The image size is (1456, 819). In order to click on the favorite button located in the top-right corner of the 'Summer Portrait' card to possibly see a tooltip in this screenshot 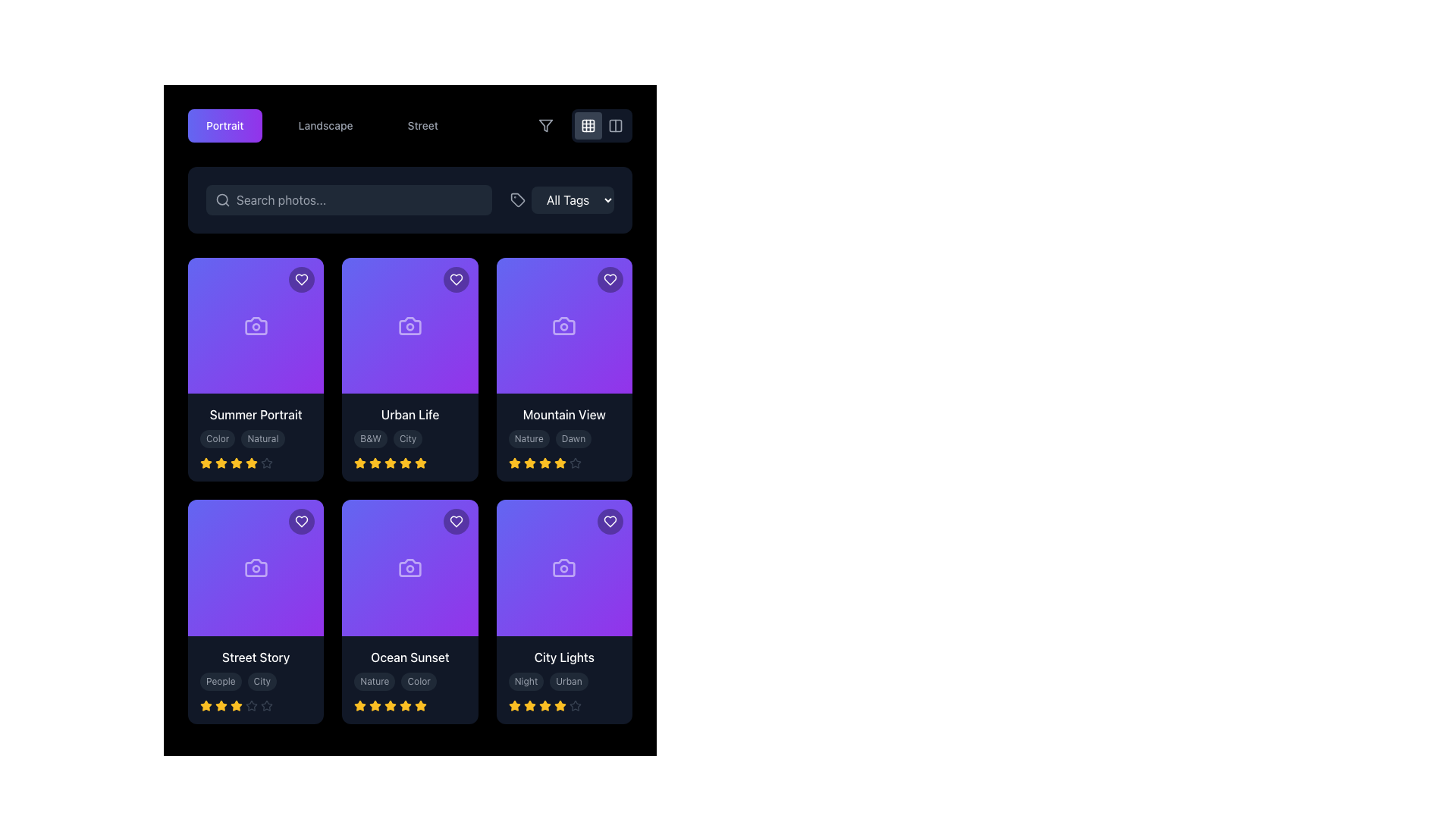, I will do `click(302, 280)`.